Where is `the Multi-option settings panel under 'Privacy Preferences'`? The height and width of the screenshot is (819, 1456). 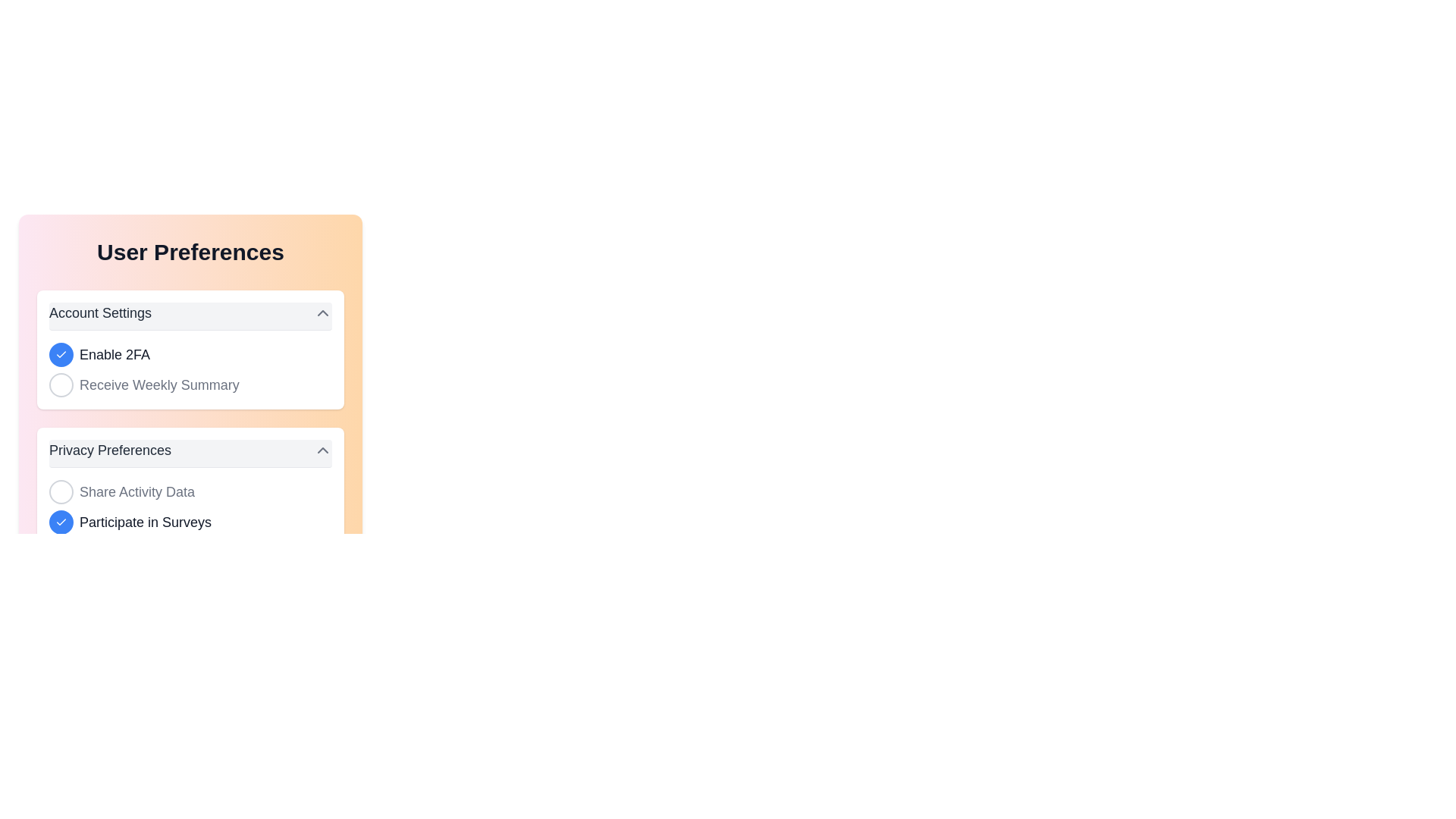
the Multi-option settings panel under 'Privacy Preferences' is located at coordinates (190, 487).